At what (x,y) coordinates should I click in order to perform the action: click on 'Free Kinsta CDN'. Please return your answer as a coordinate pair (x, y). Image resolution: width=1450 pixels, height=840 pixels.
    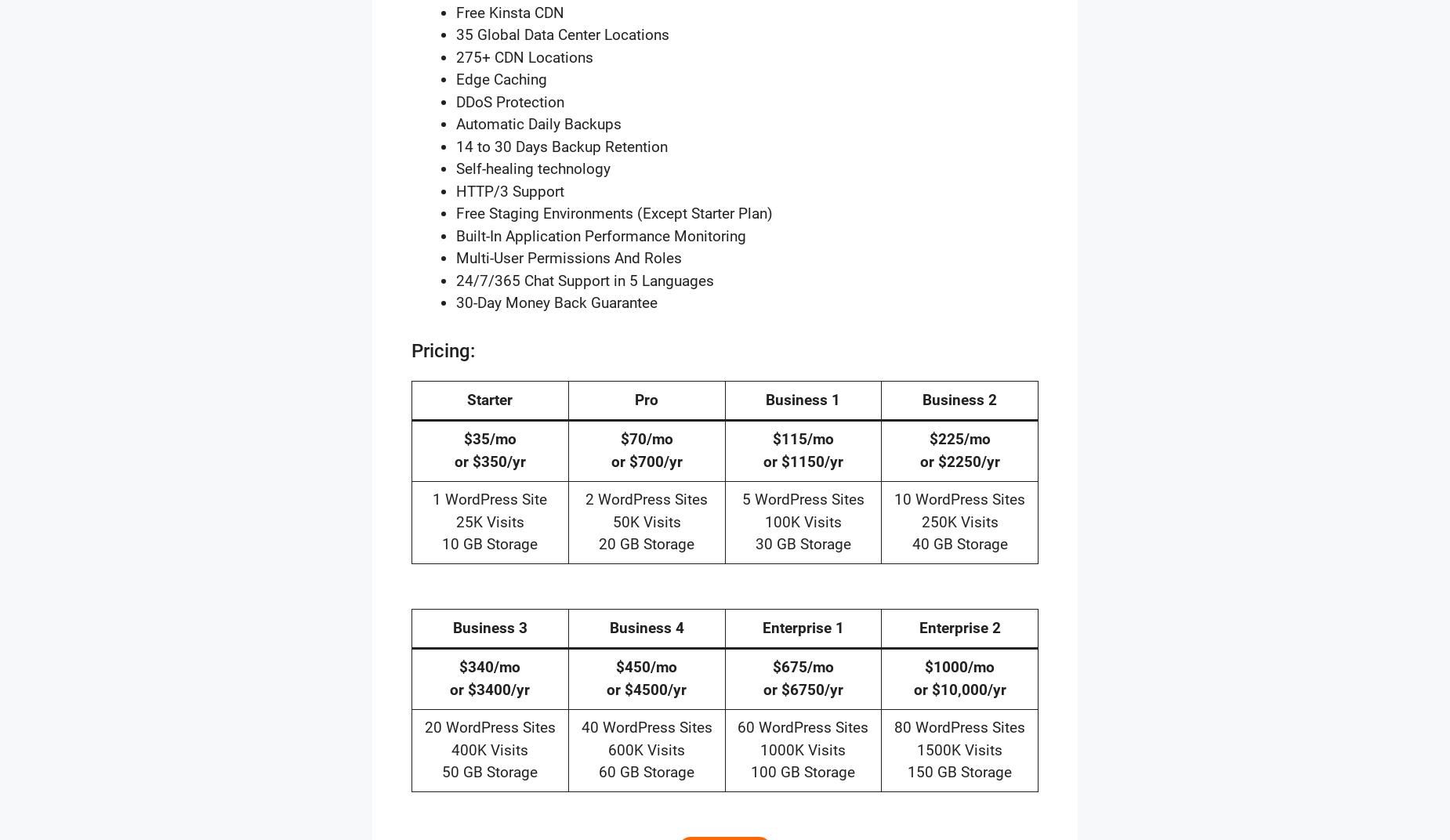
    Looking at the image, I should click on (510, 11).